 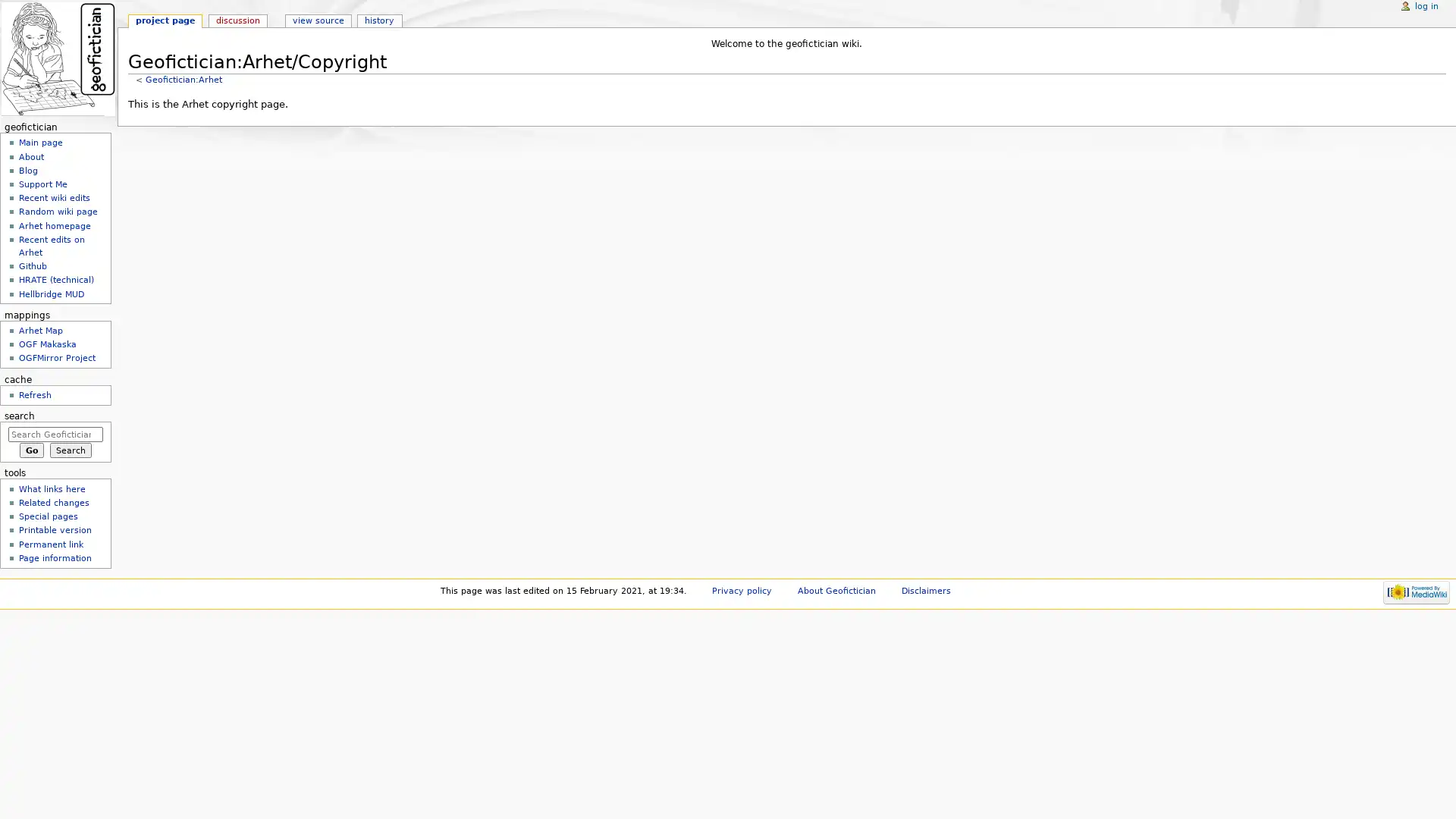 What do you see at coordinates (70, 450) in the screenshot?
I see `Search` at bounding box center [70, 450].